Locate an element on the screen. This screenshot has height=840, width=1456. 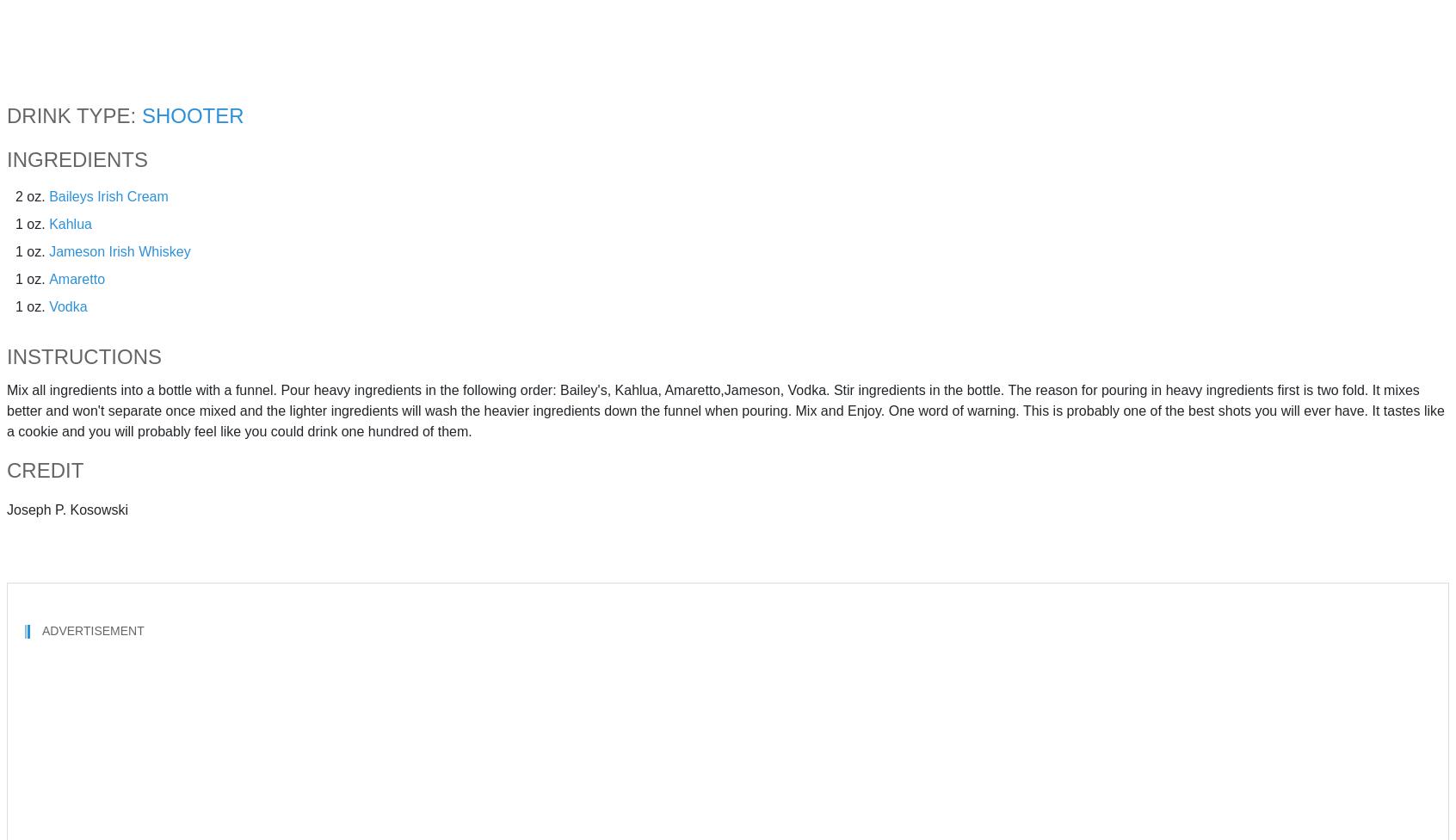
'Jameson Irish Whiskey' is located at coordinates (48, 250).